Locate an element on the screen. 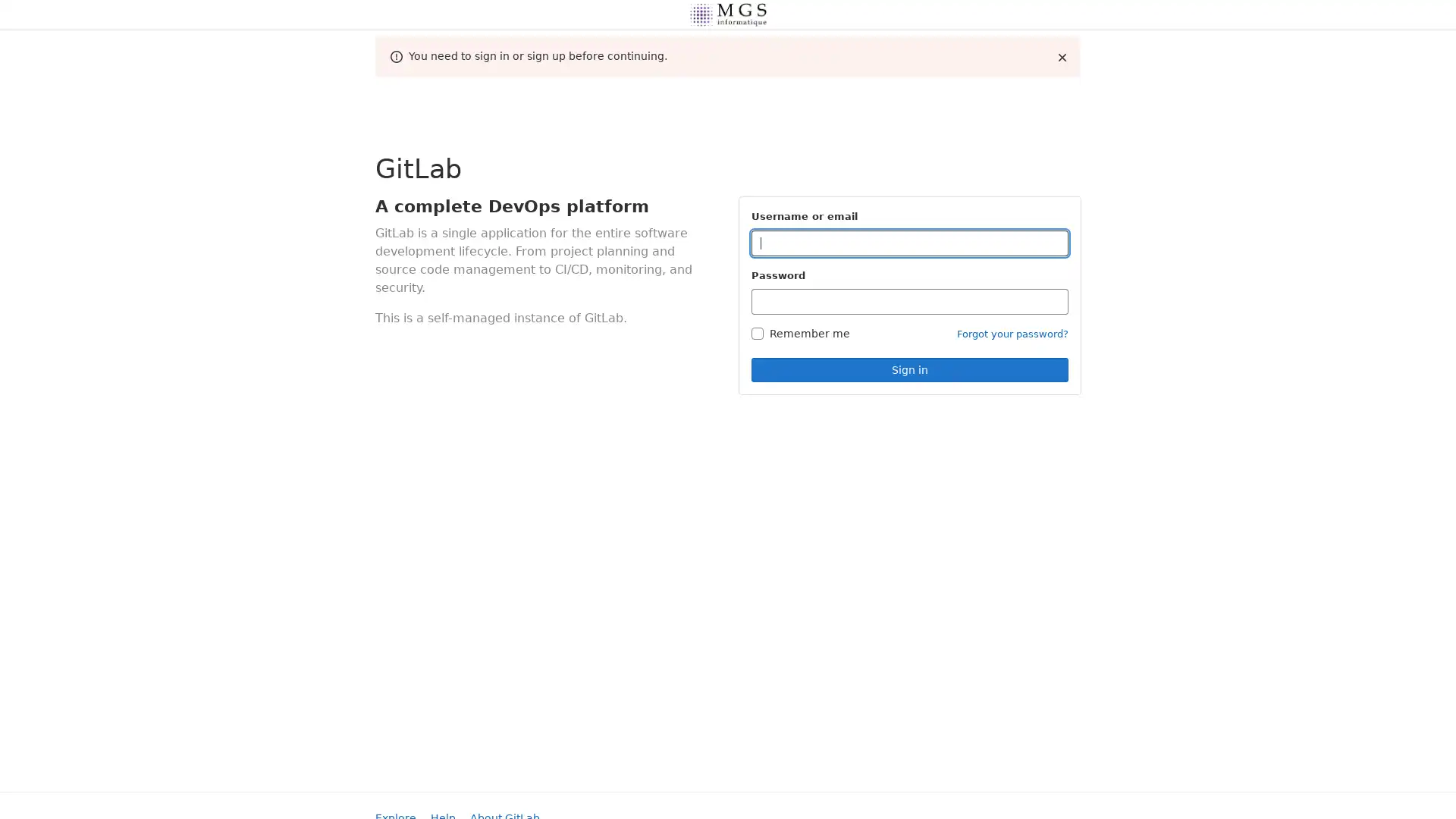 This screenshot has height=819, width=1456. Sign in is located at coordinates (910, 370).